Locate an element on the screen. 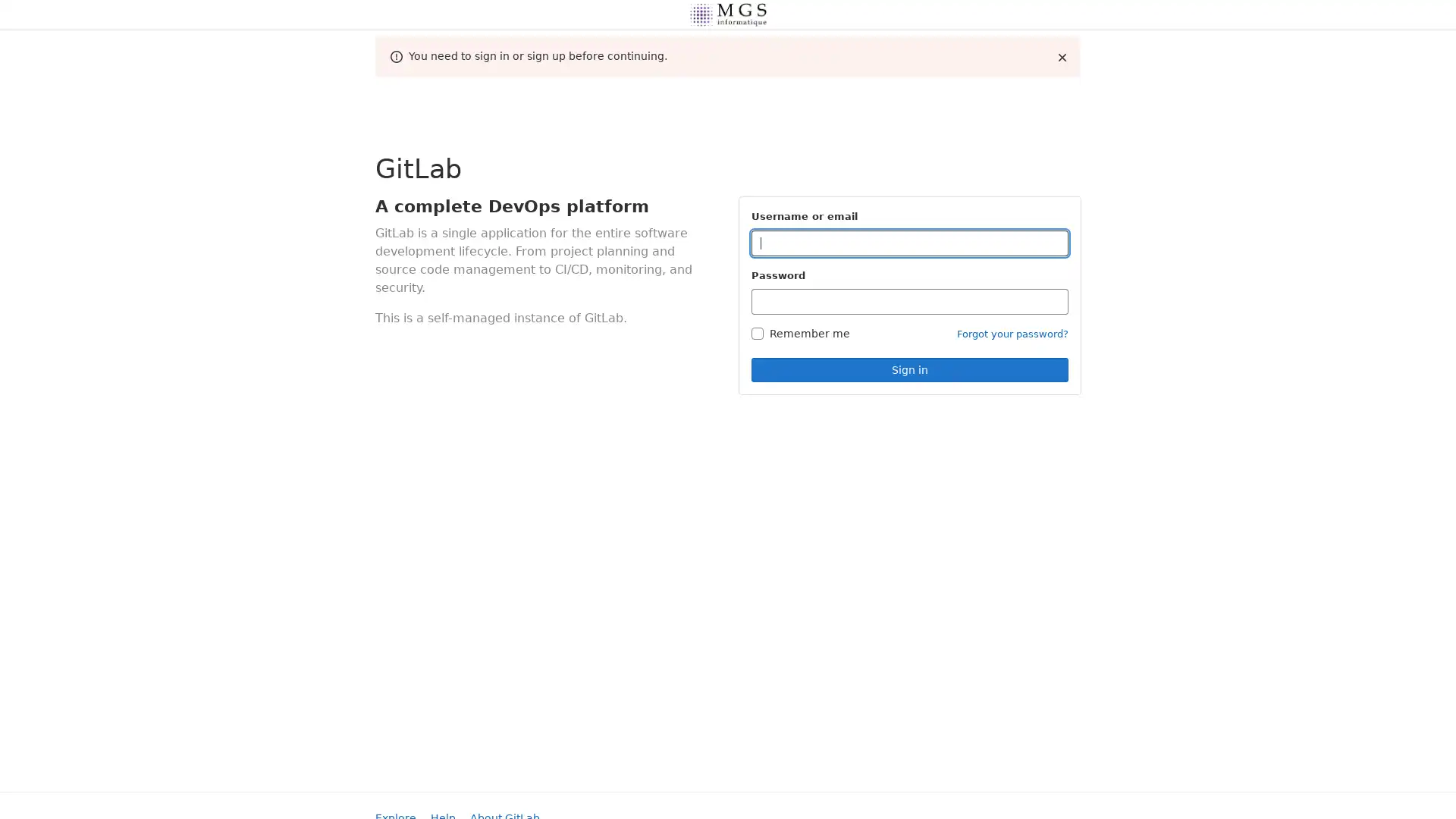 This screenshot has height=819, width=1456. Sign in is located at coordinates (910, 370).